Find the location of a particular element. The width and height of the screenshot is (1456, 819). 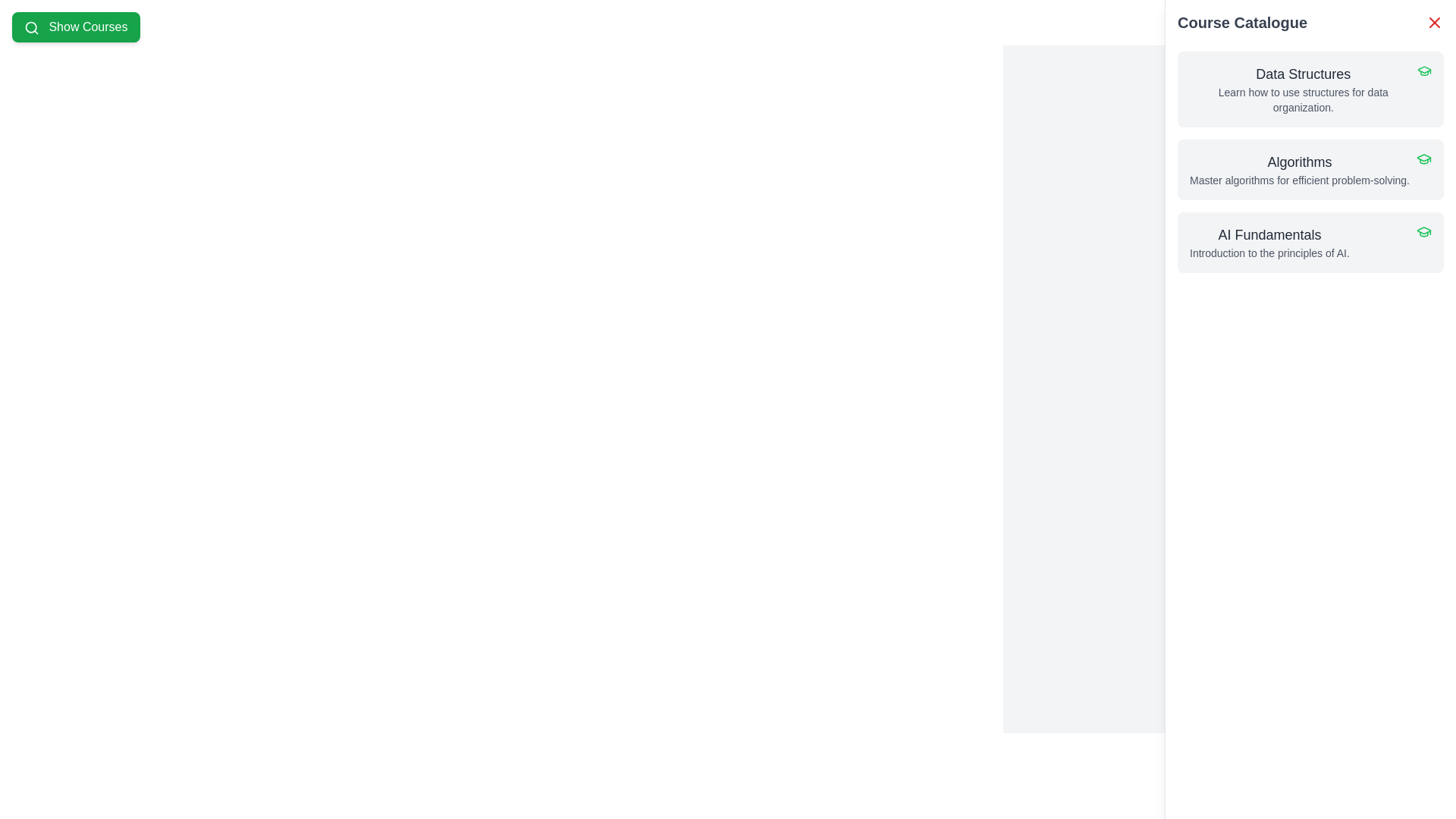

SVG Circle Element that is part of the search icon located at the left edge of the 'Show Courses' button is located at coordinates (31, 27).